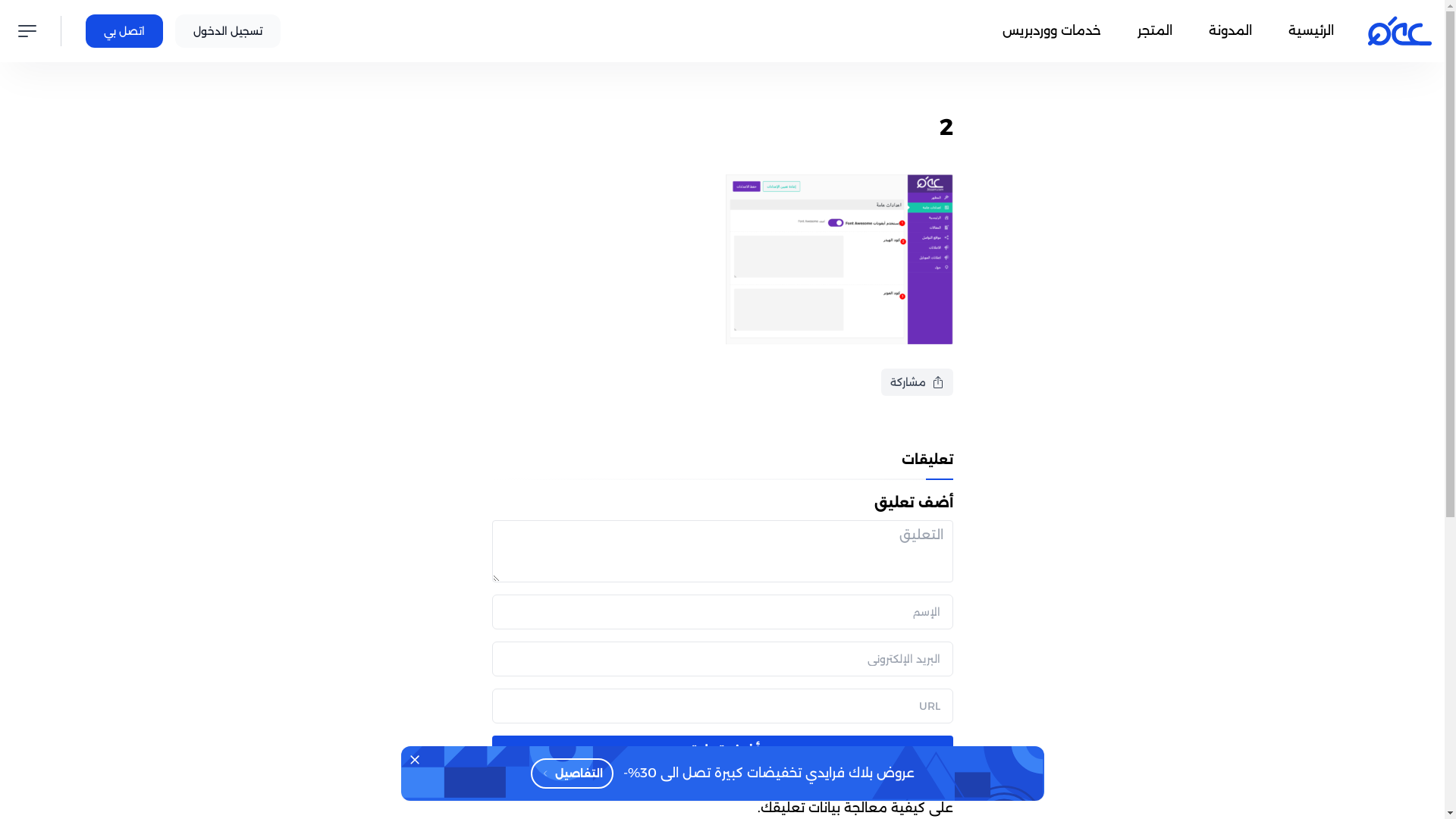  I want to click on 'Dismiss', so click(400, 760).